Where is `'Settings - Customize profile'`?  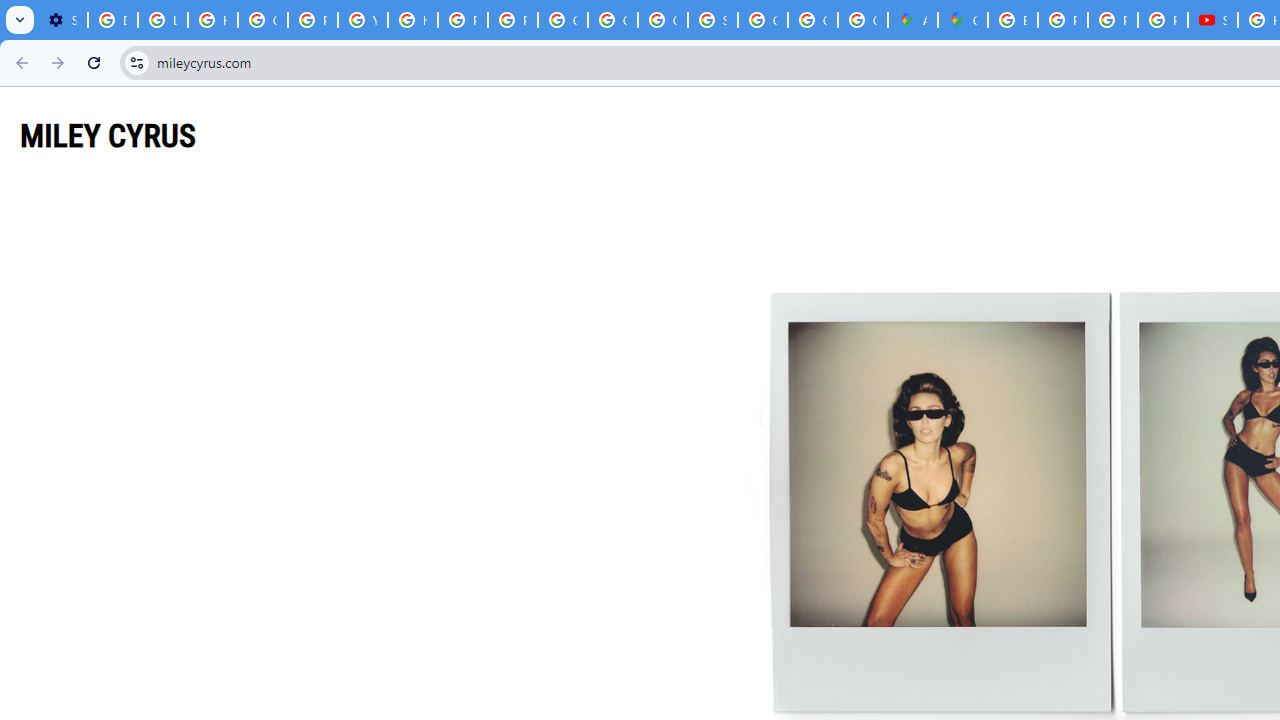
'Settings - Customize profile' is located at coordinates (62, 20).